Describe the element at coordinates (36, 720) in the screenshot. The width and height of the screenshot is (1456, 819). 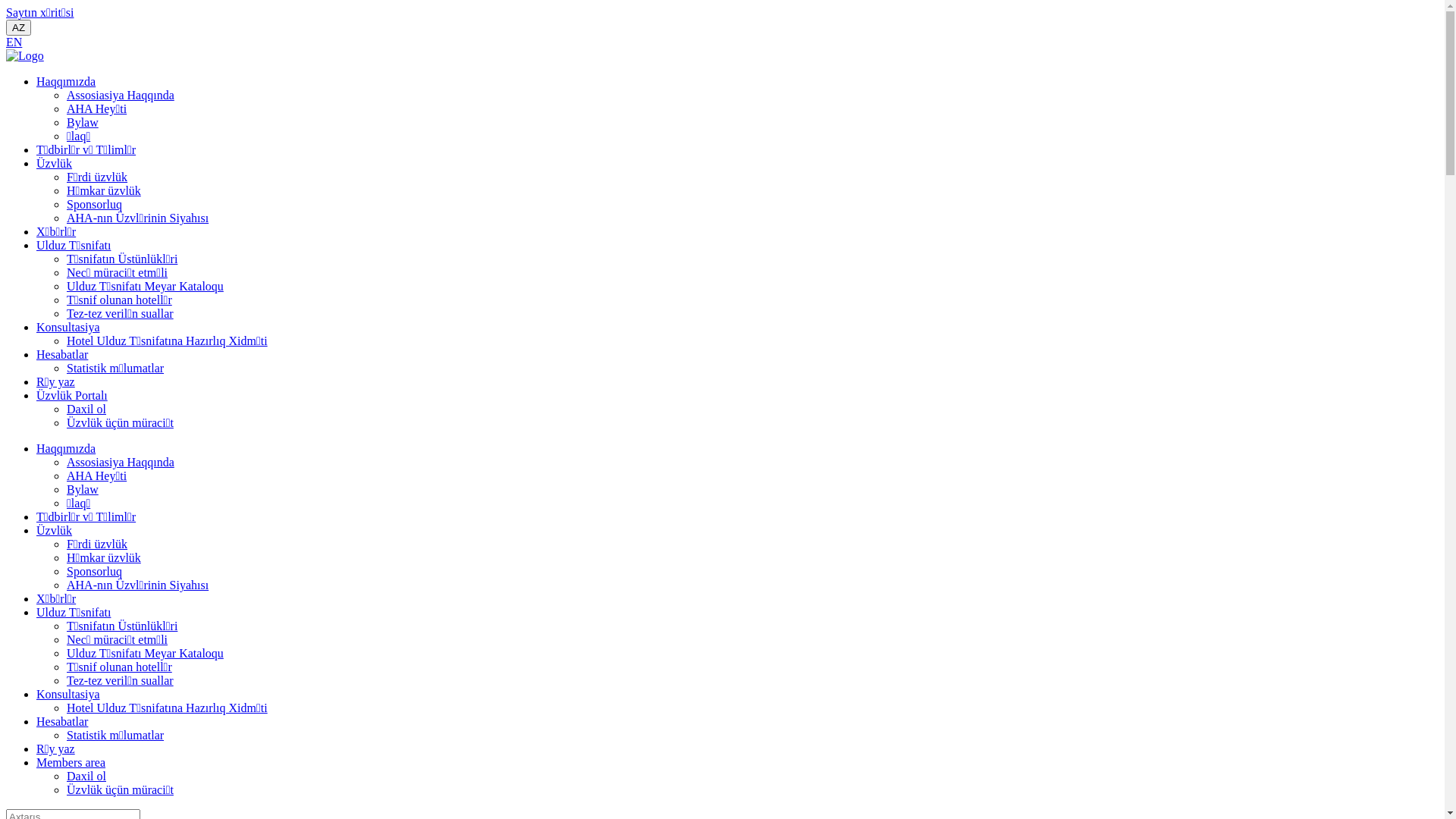
I see `'Hesabatlar'` at that location.